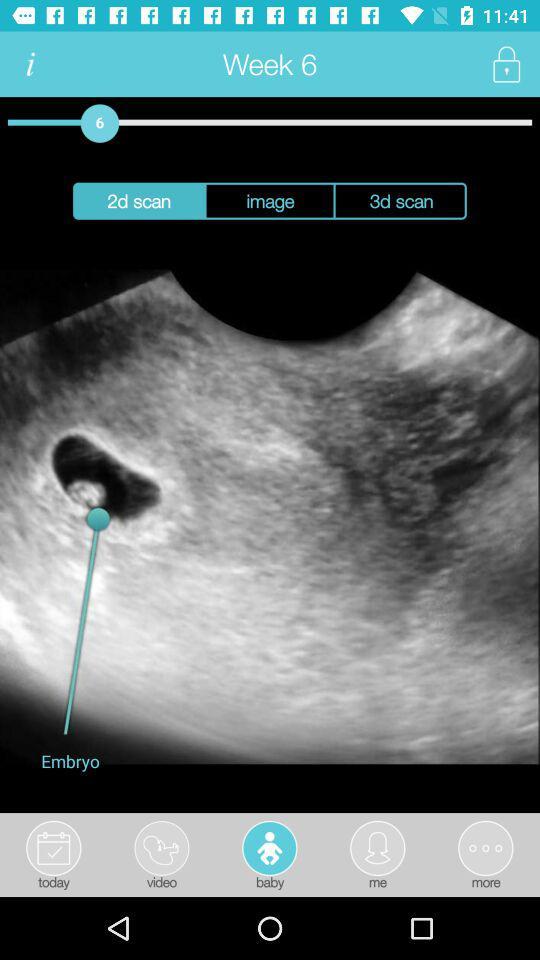  What do you see at coordinates (29, 64) in the screenshot?
I see `more information` at bounding box center [29, 64].